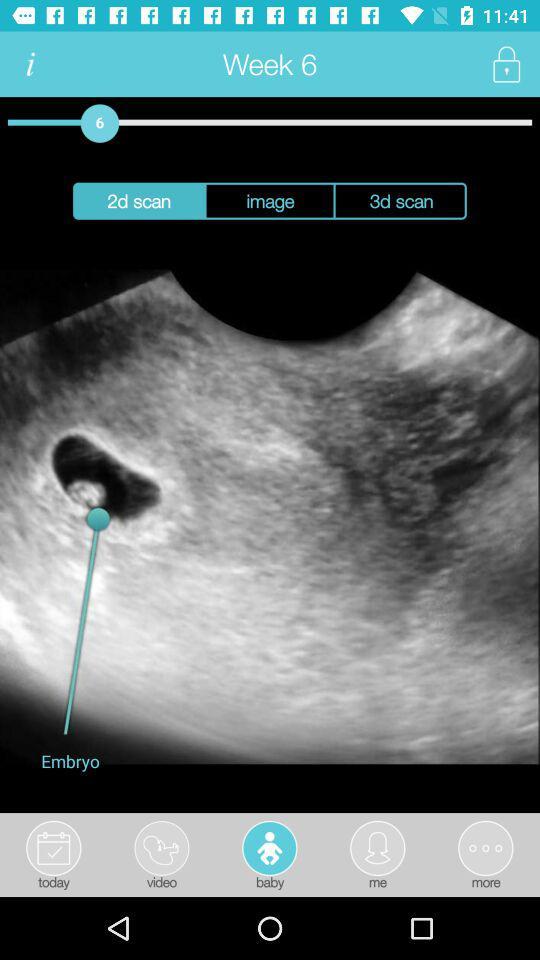  What do you see at coordinates (29, 64) in the screenshot?
I see `more information` at bounding box center [29, 64].